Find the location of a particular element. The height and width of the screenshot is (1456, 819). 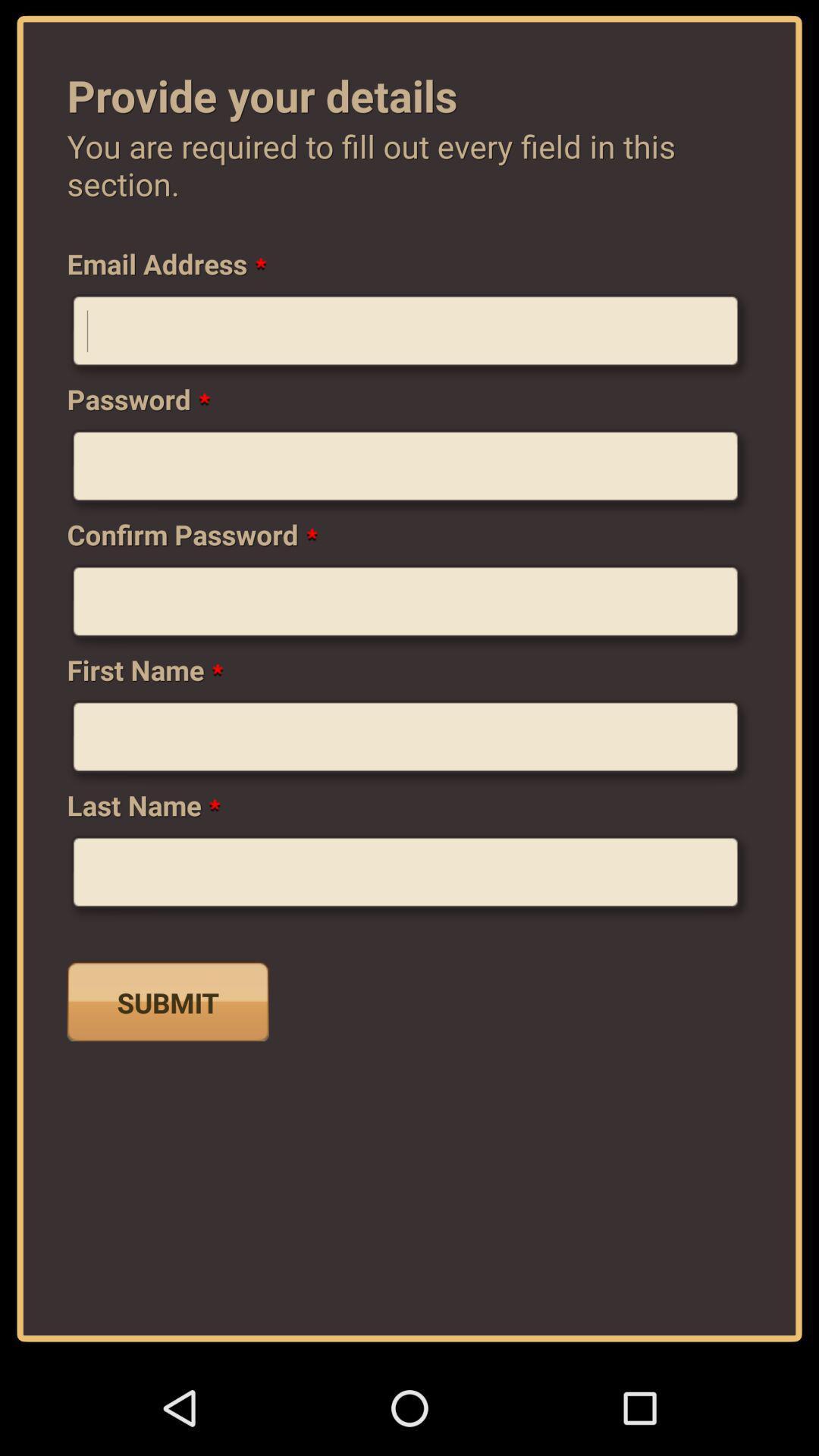

first name is located at coordinates (409, 742).